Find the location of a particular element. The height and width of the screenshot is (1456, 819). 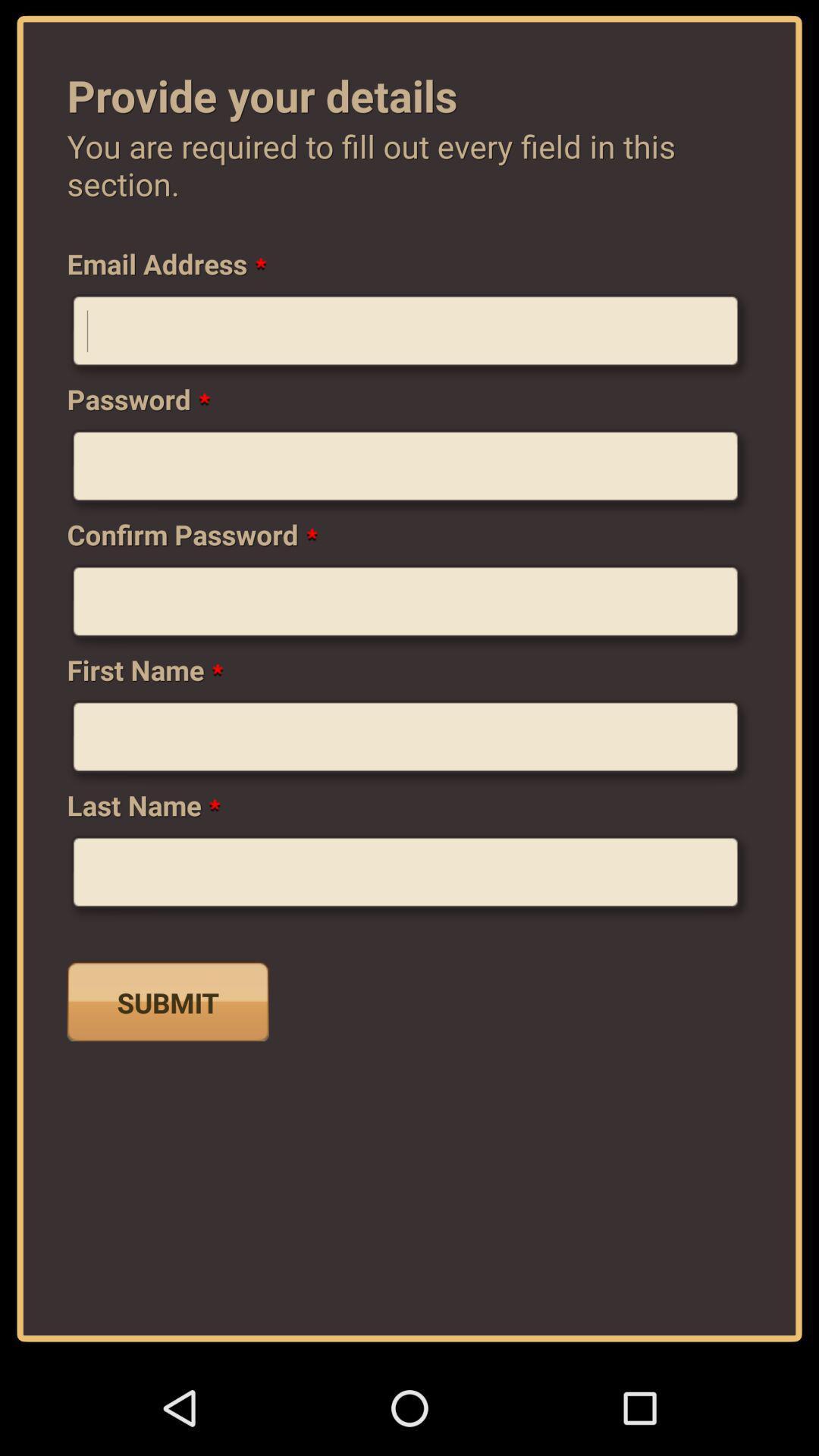

first name is located at coordinates (409, 742).